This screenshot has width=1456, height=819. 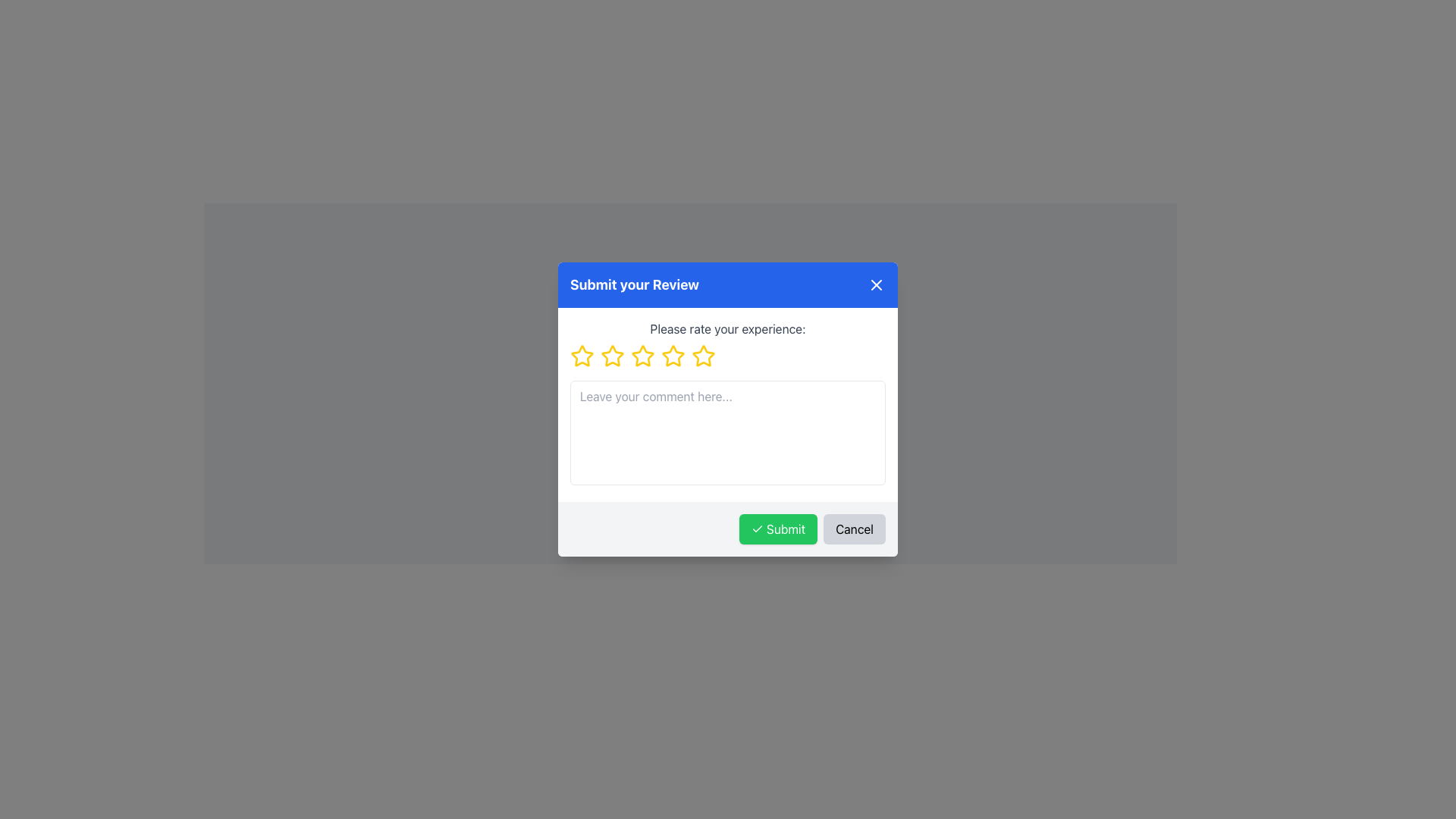 I want to click on the fourth star in the star rating system, so click(x=643, y=356).